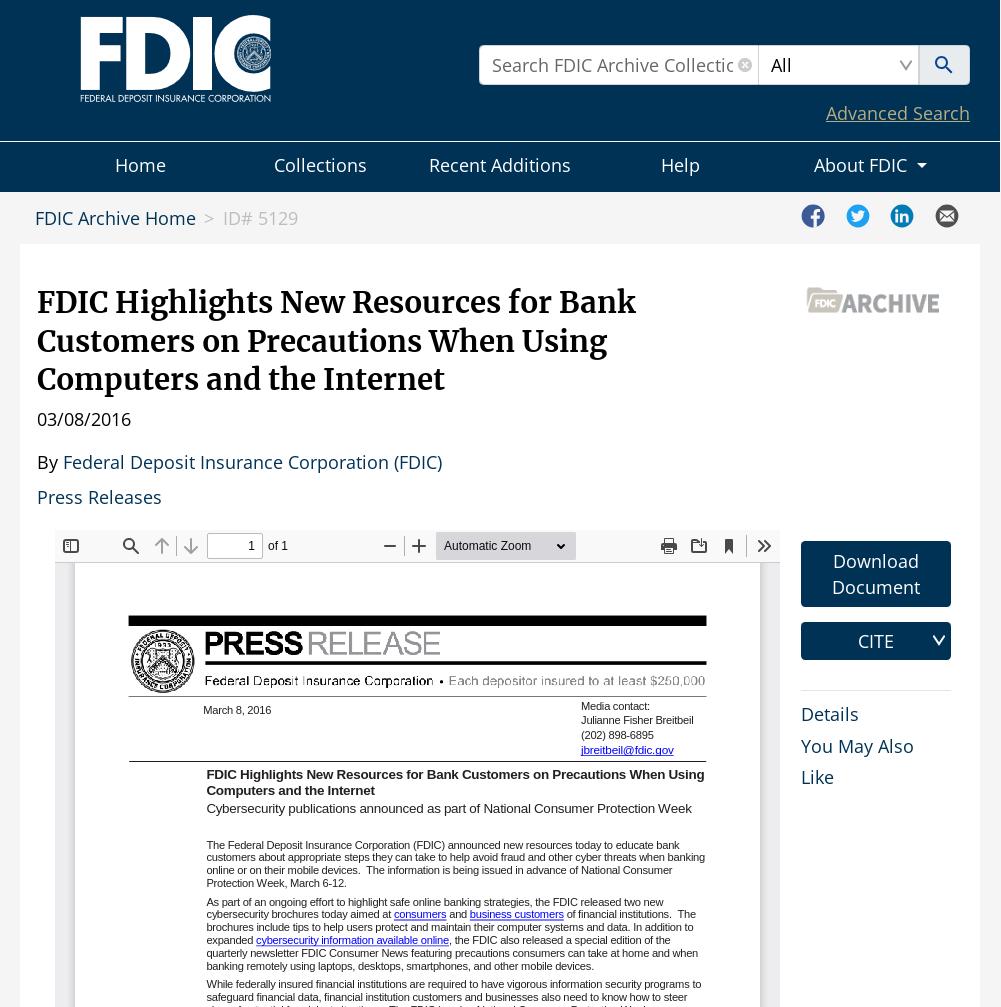  I want to click on 'CITE', so click(875, 639).